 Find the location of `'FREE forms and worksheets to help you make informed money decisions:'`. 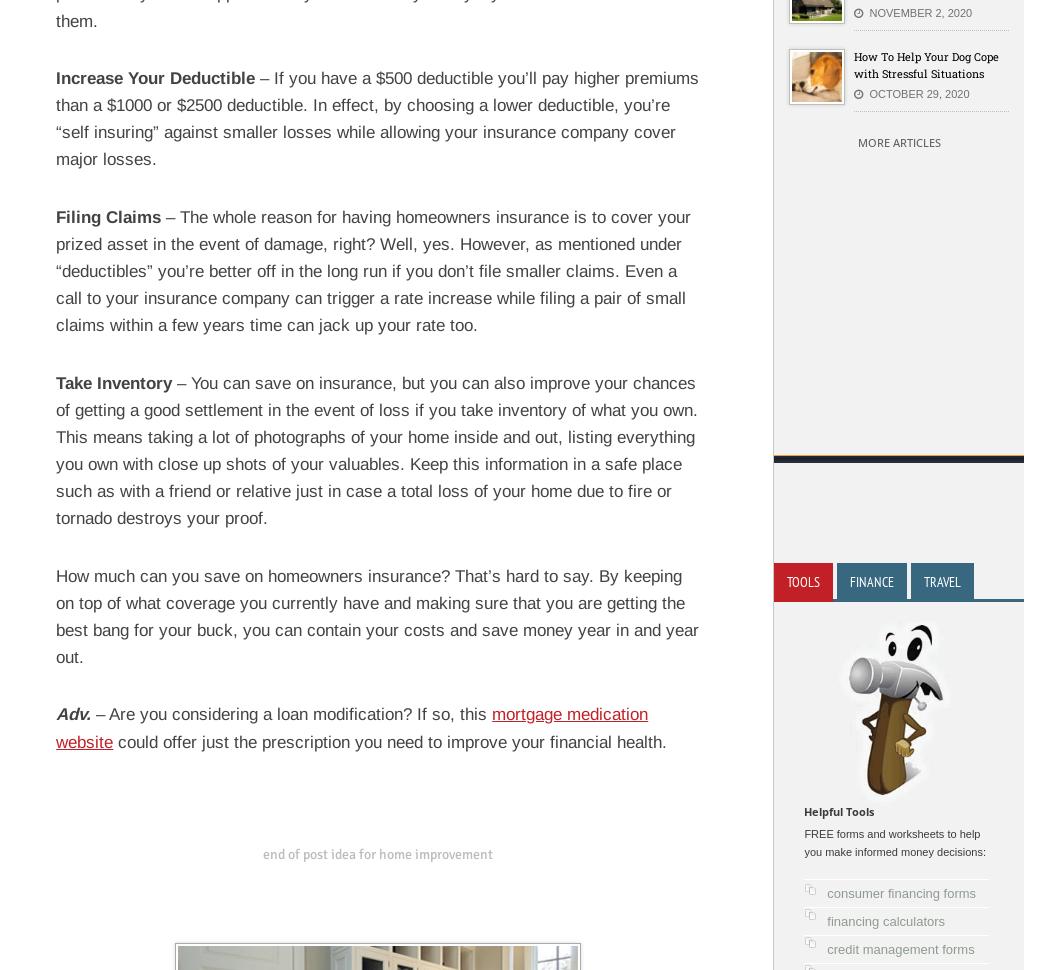

'FREE forms and worksheets to help you make informed money decisions:' is located at coordinates (893, 842).